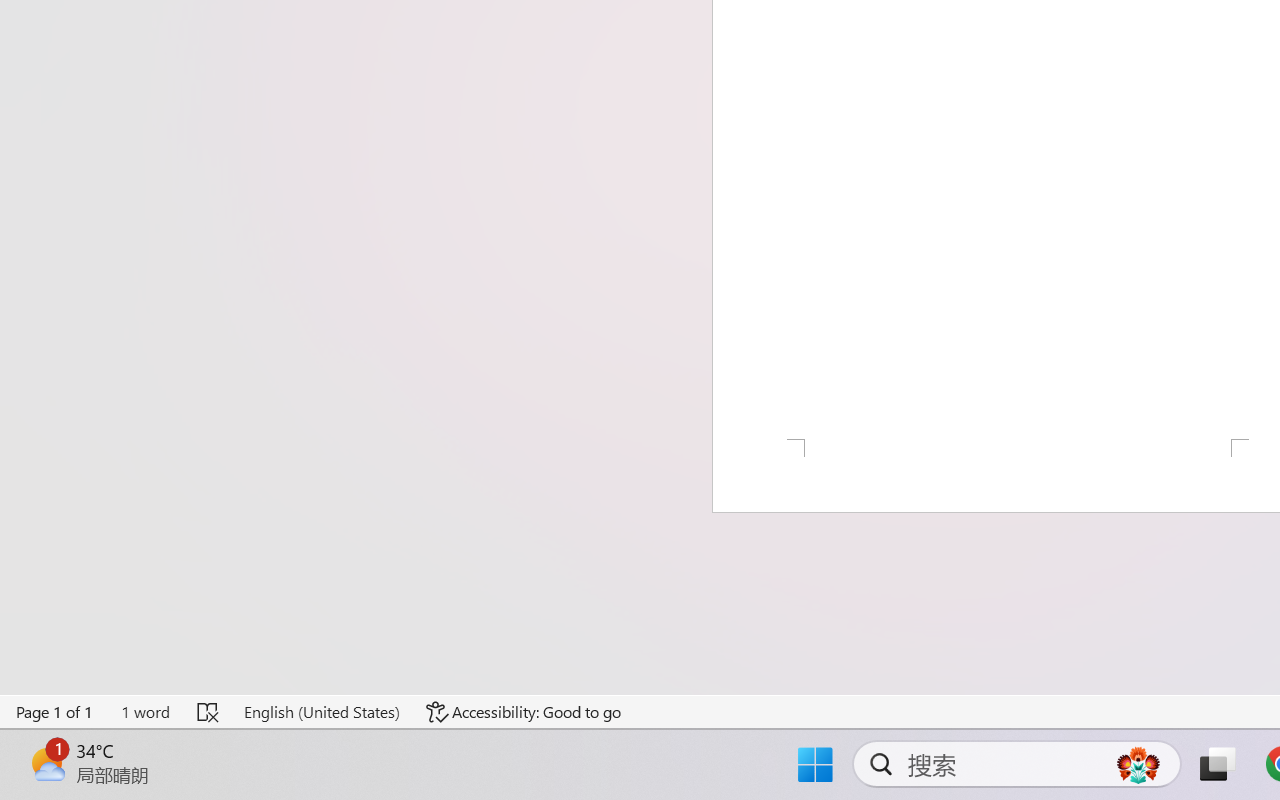 Image resolution: width=1280 pixels, height=800 pixels. I want to click on 'Spelling and Grammar Check Errors', so click(209, 711).